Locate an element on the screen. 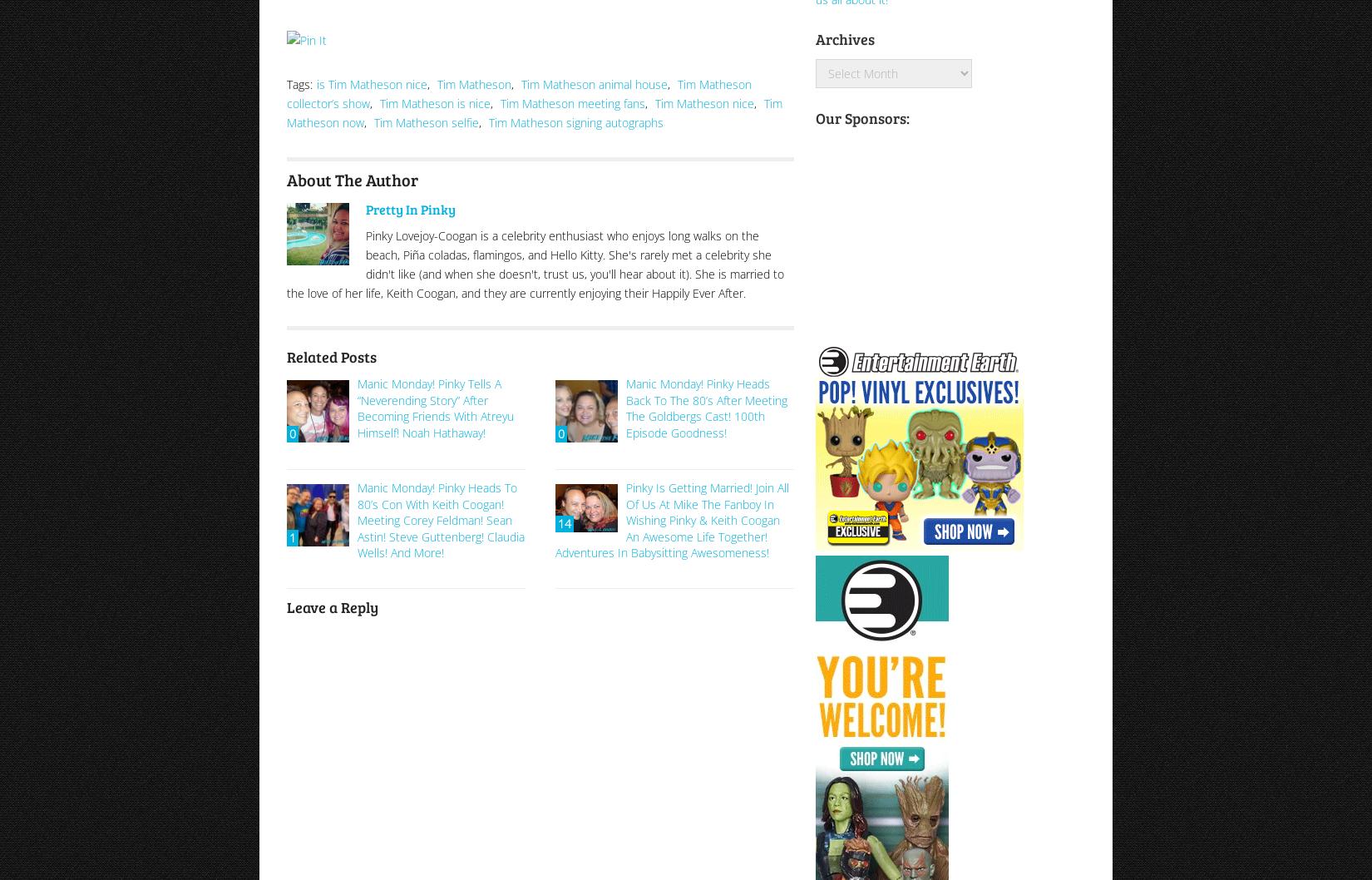 The image size is (1372, 880). '1' is located at coordinates (292, 536).